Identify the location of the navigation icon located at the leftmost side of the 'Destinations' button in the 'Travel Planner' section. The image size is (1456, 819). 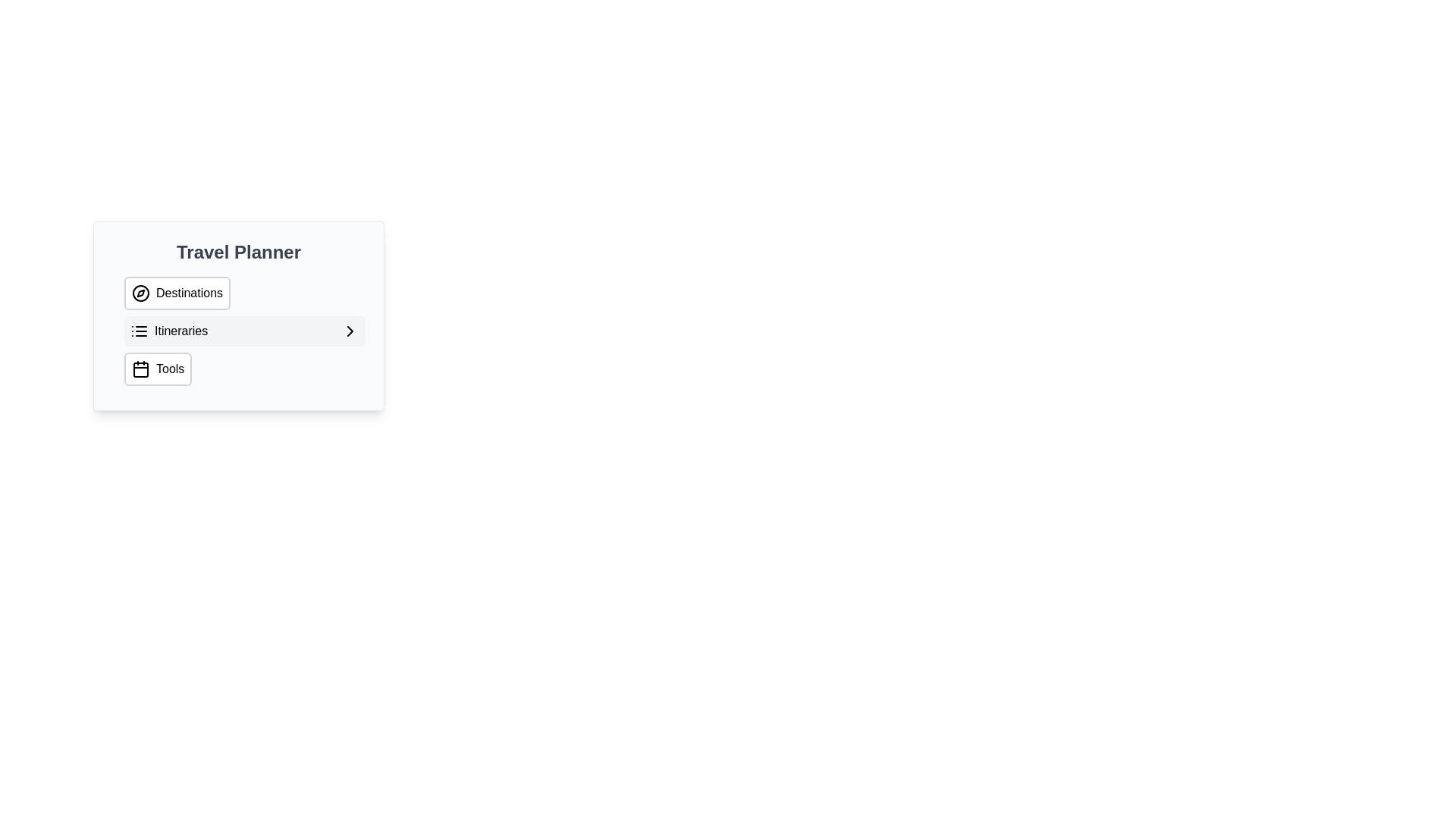
(141, 293).